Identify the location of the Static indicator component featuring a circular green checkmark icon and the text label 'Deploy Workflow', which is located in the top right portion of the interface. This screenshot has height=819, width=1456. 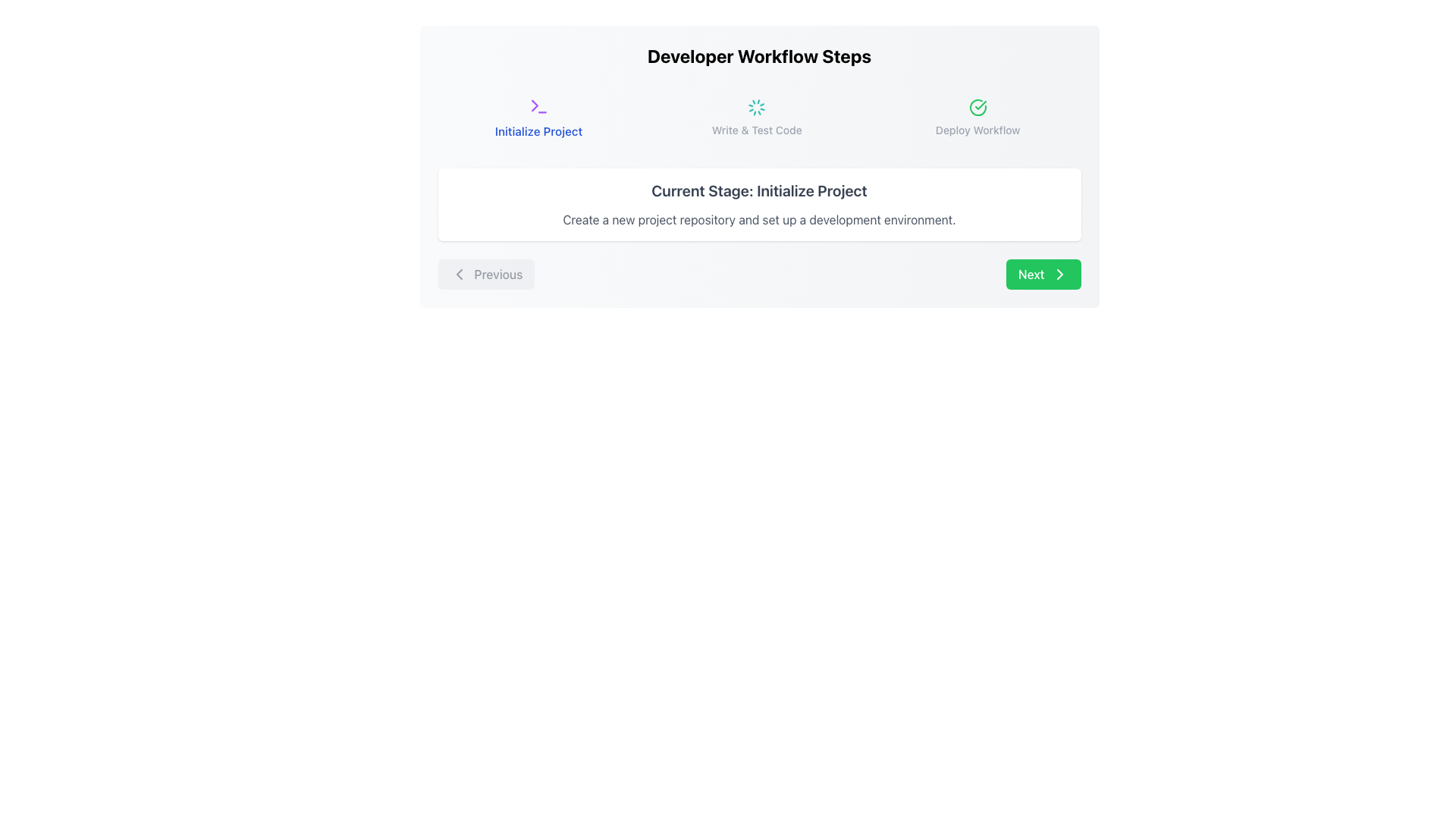
(977, 117).